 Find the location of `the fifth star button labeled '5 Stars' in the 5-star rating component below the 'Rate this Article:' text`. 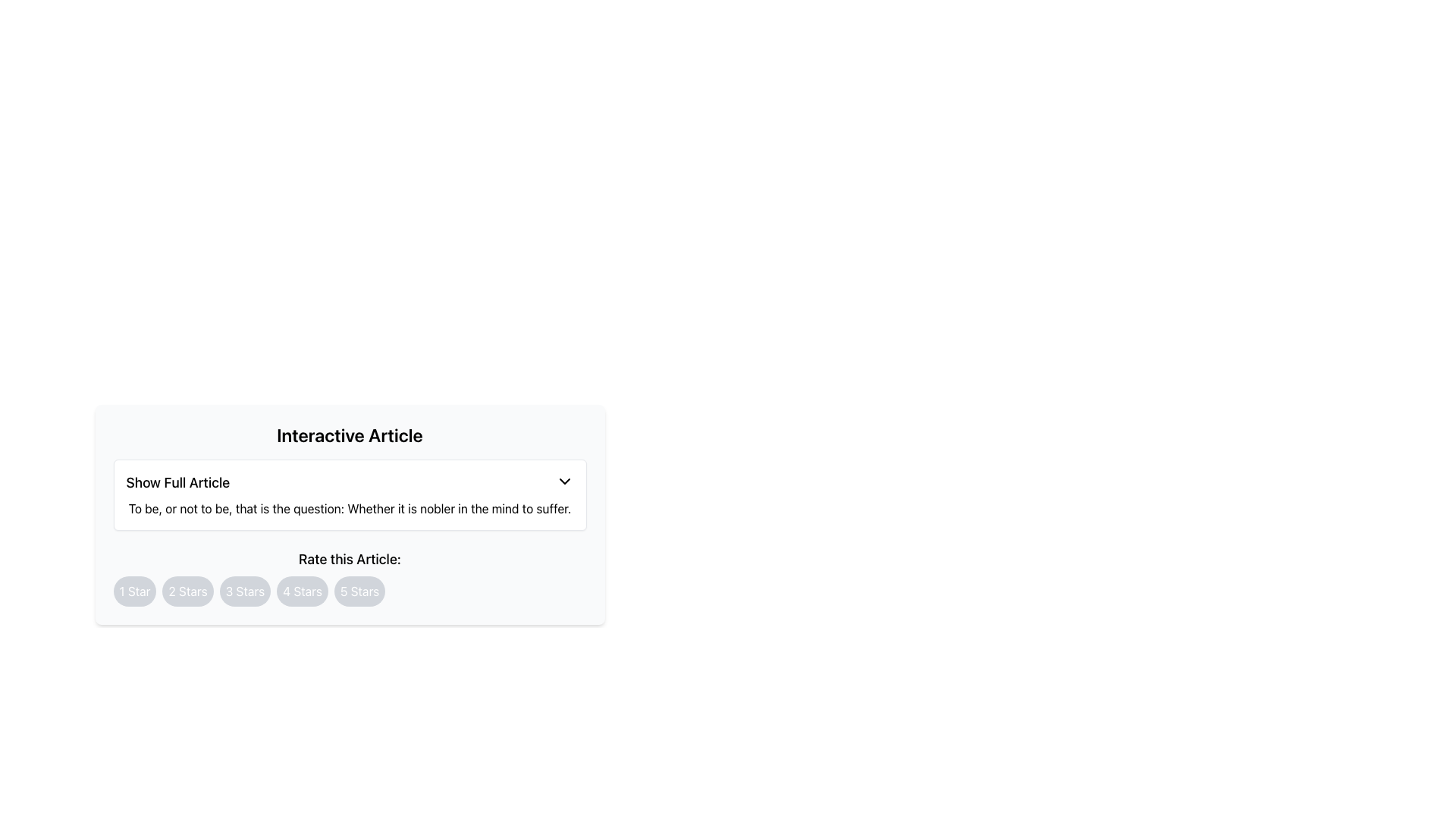

the fifth star button labeled '5 Stars' in the 5-star rating component below the 'Rate this Article:' text is located at coordinates (349, 578).